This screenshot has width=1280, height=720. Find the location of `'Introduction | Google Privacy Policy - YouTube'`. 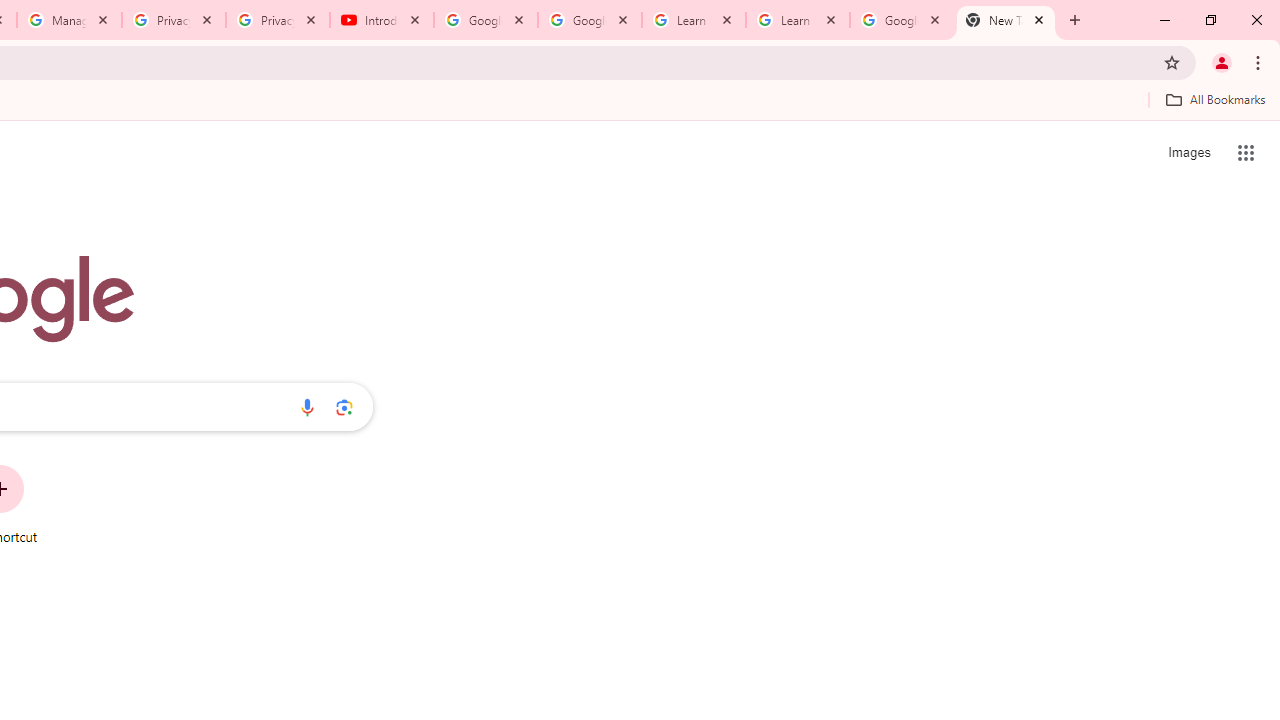

'Introduction | Google Privacy Policy - YouTube' is located at coordinates (382, 20).